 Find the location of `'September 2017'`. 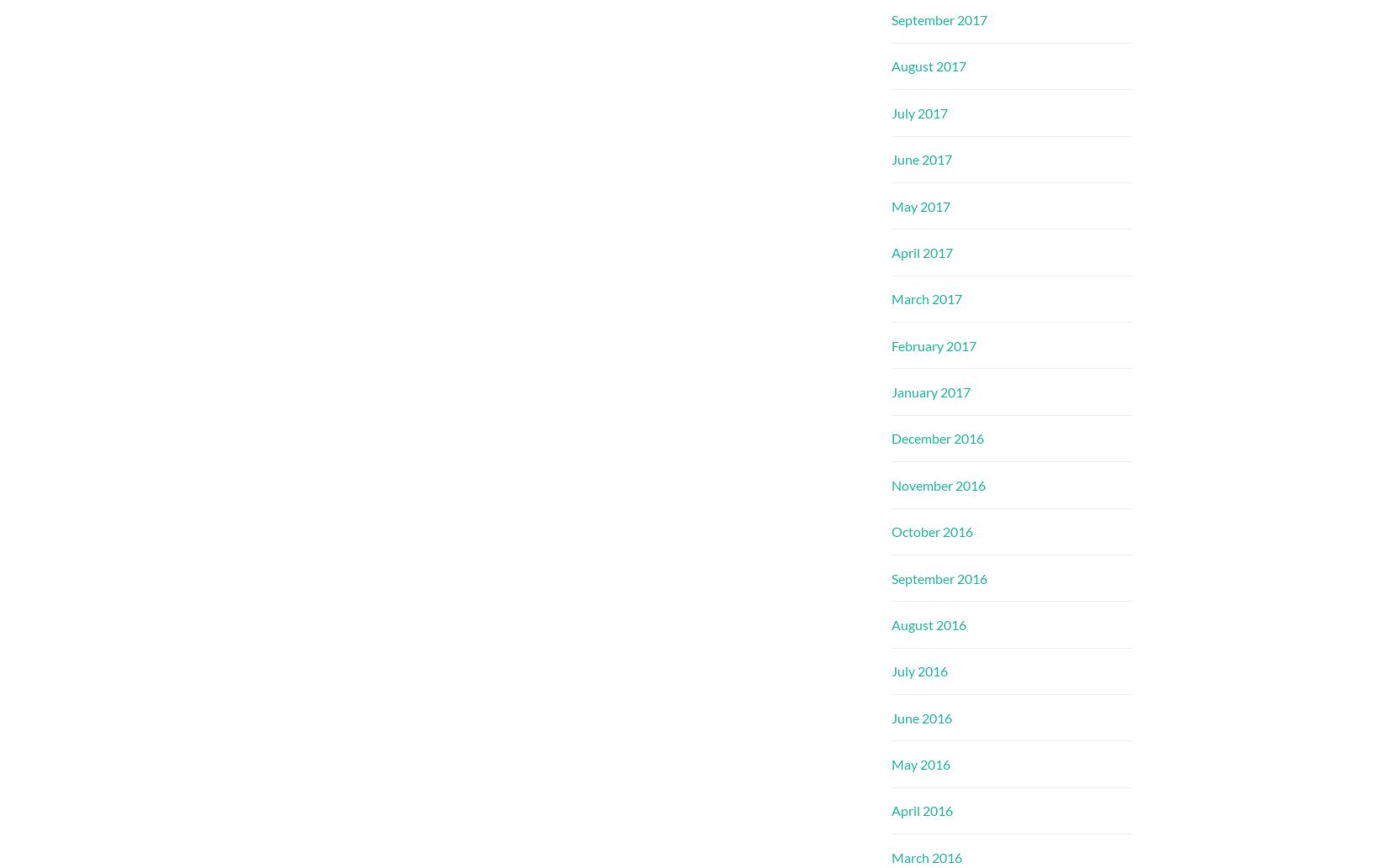

'September 2017' is located at coordinates (891, 19).